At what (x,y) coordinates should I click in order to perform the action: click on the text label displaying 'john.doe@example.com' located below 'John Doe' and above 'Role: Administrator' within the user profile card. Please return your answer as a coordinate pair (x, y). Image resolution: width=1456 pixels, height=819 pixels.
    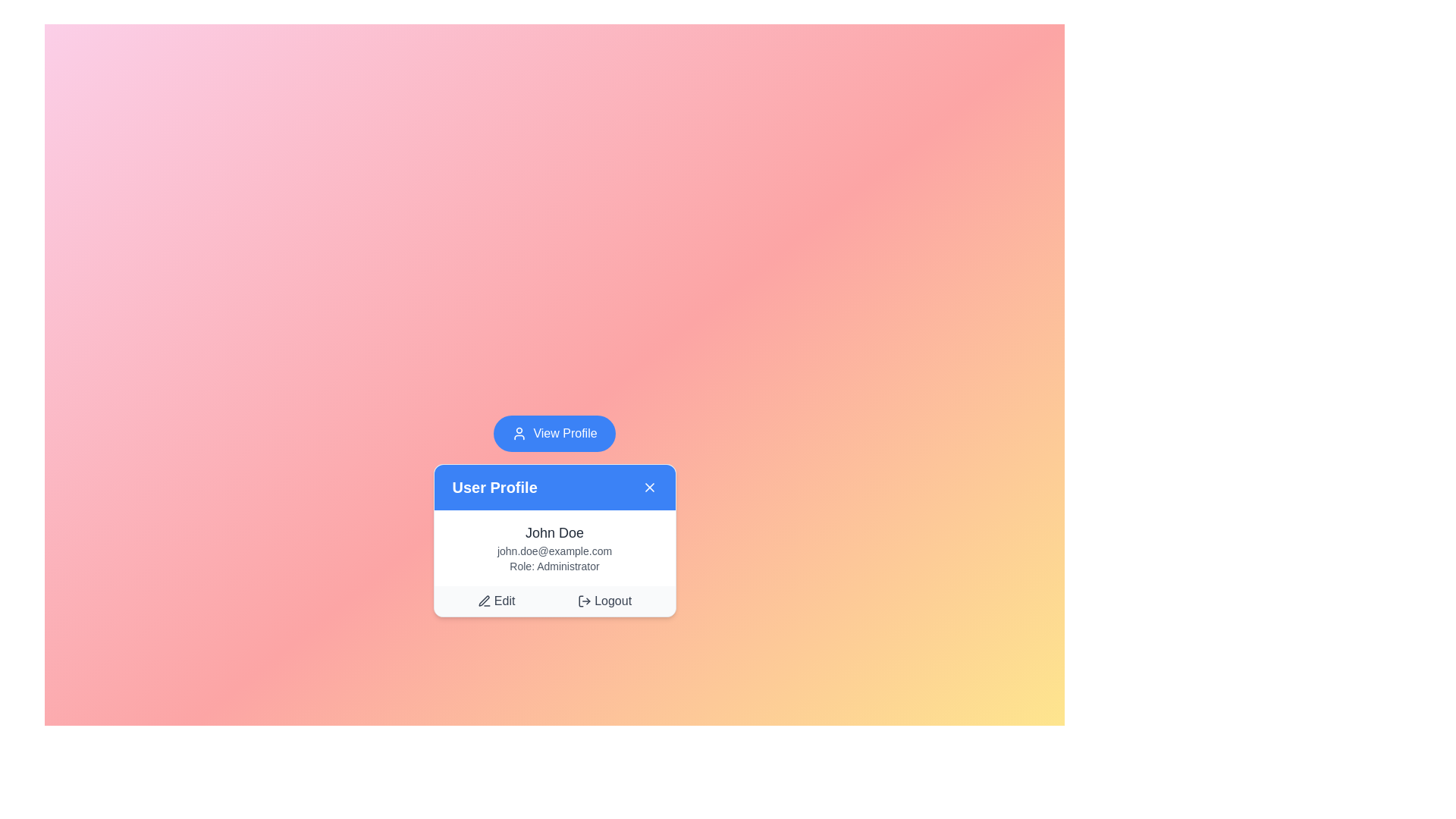
    Looking at the image, I should click on (554, 551).